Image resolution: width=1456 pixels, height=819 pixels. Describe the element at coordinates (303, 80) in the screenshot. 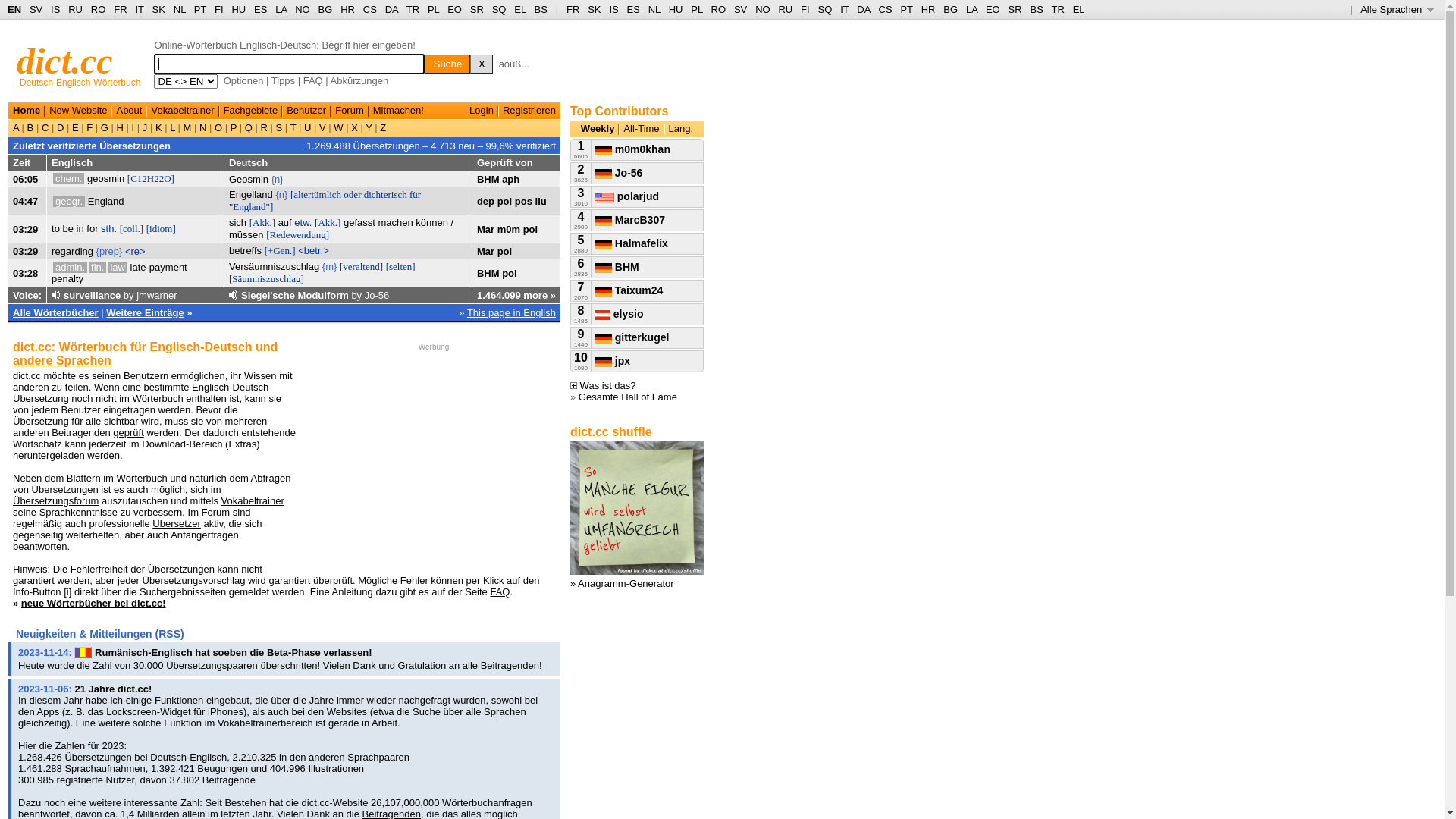

I see `'FAQ'` at that location.